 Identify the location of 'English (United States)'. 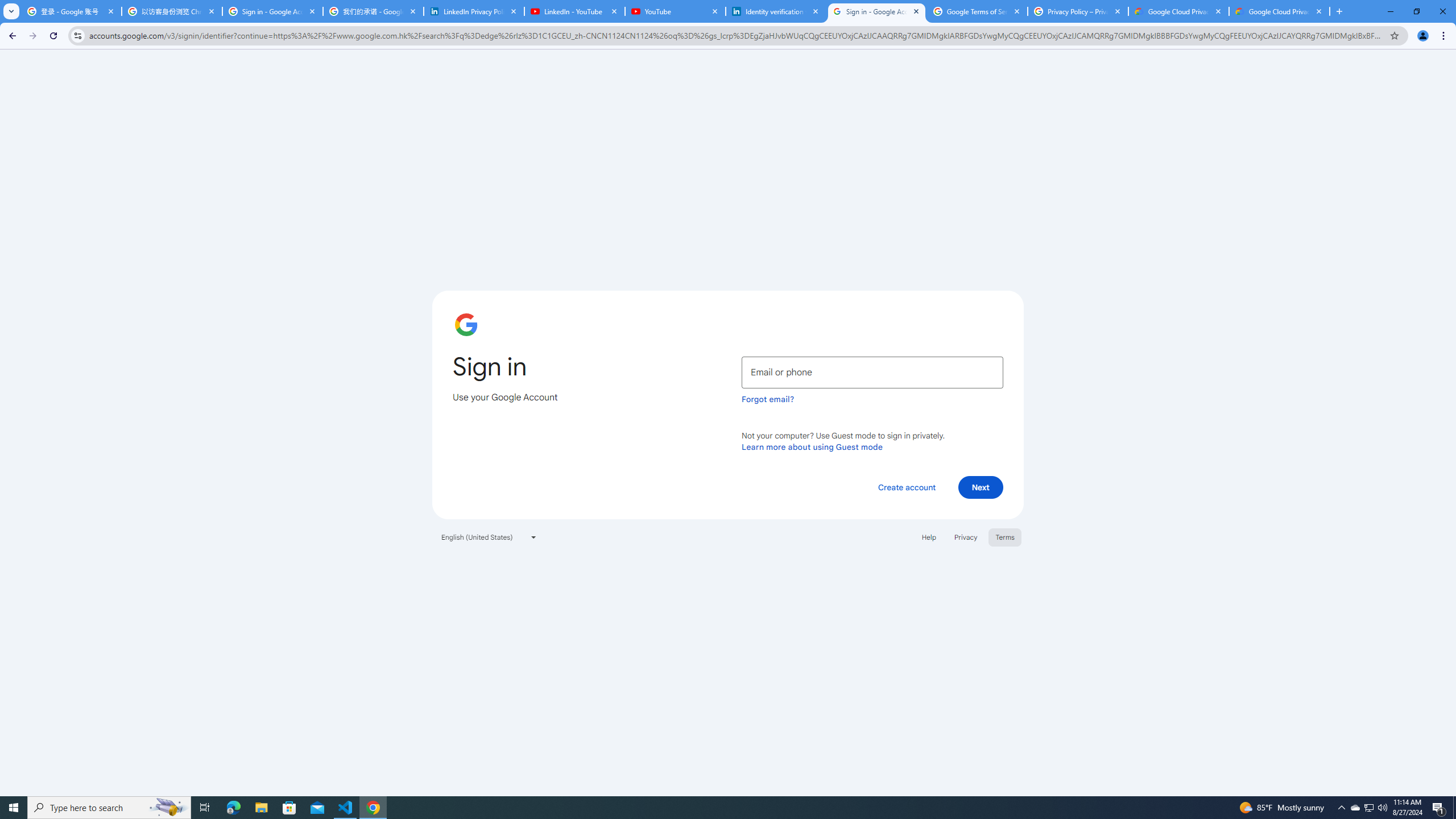
(489, 536).